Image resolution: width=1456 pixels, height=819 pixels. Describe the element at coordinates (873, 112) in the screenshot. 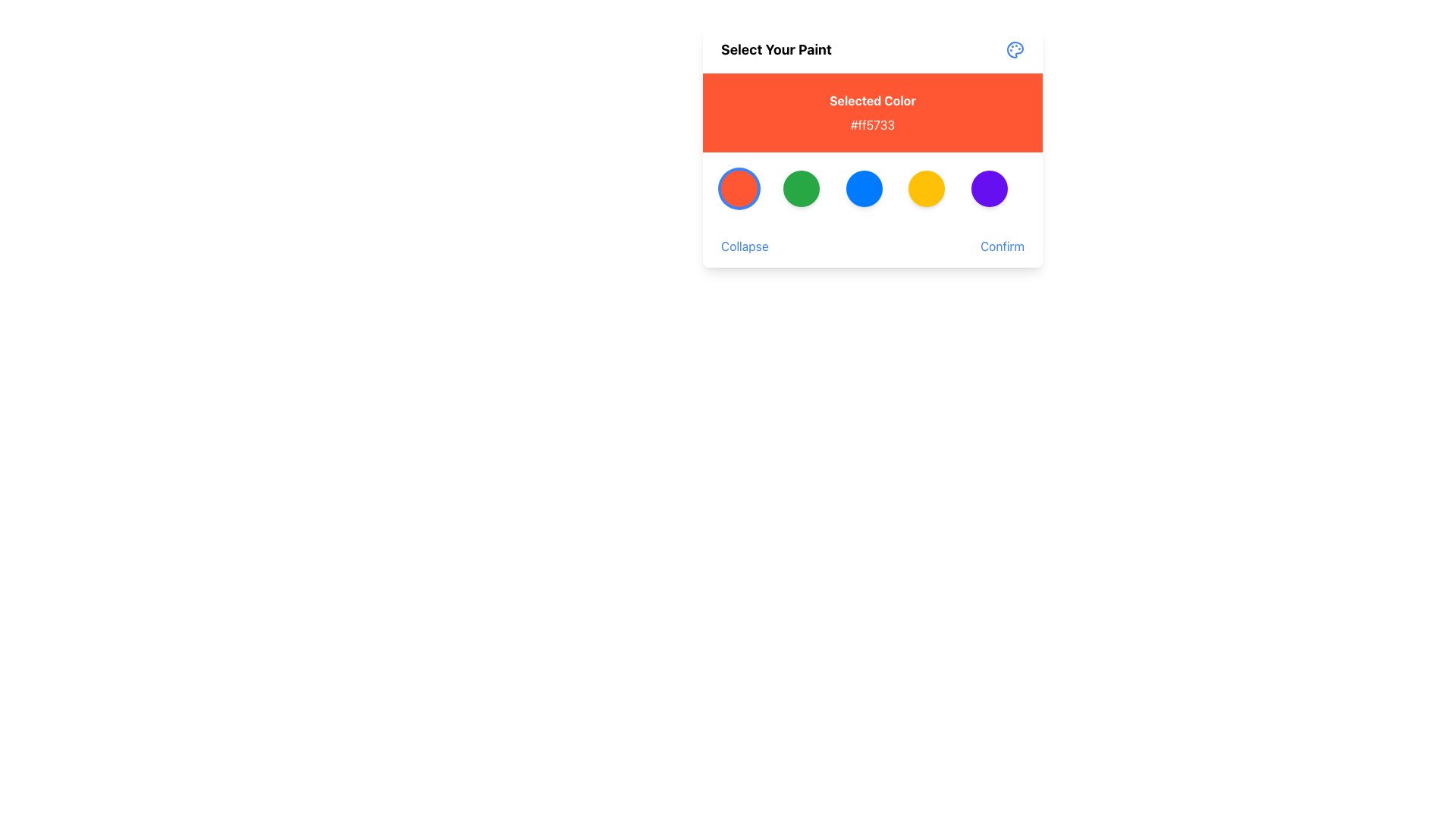

I see `the informative panel that displays the currently selected color, located centrally below the 'Select Your Paint' header and above the row of color options` at that location.